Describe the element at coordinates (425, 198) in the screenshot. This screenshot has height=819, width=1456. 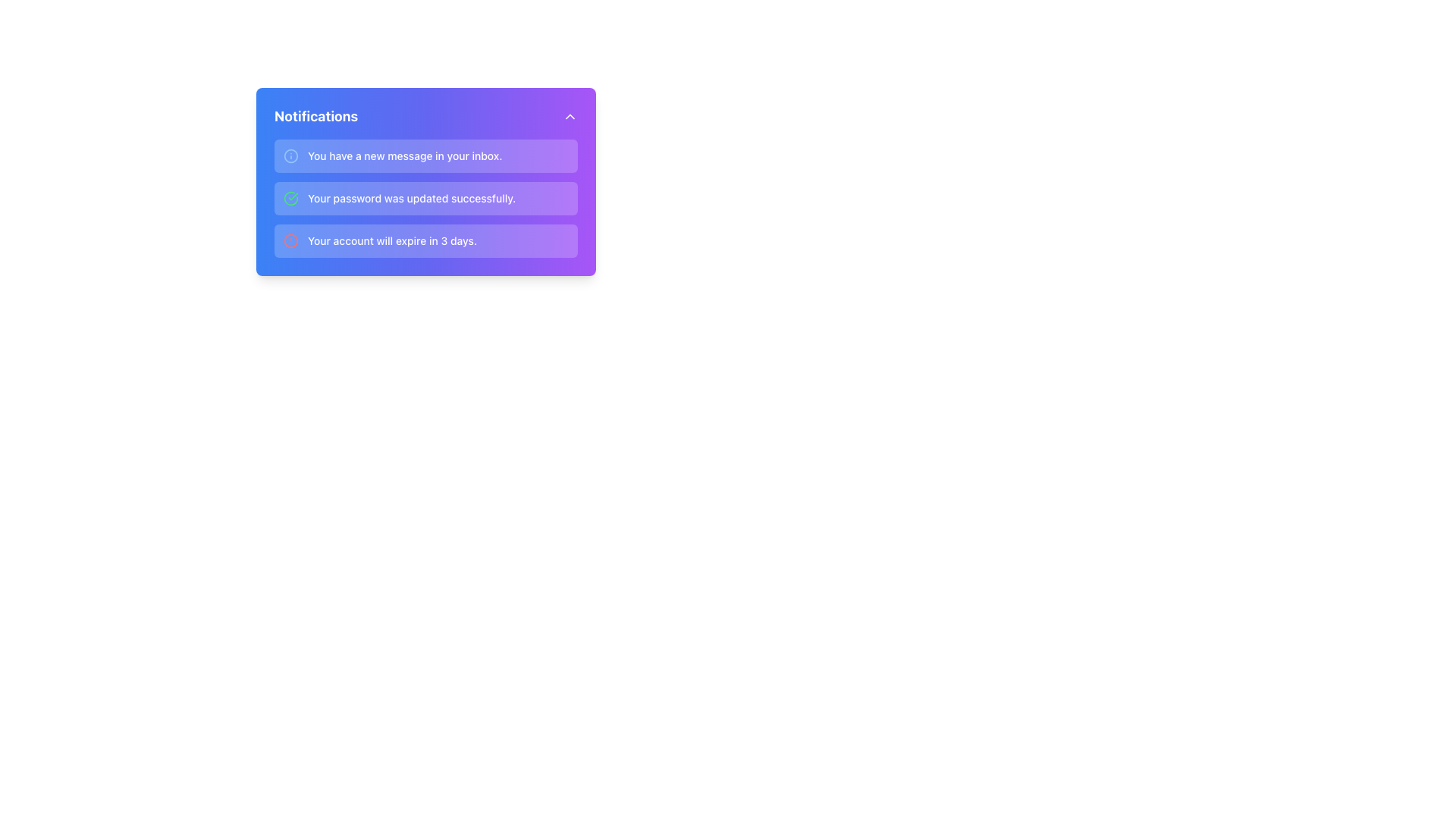
I see `the notification message box indicating a successful password update, which is the second notification in the list of notifications` at that location.